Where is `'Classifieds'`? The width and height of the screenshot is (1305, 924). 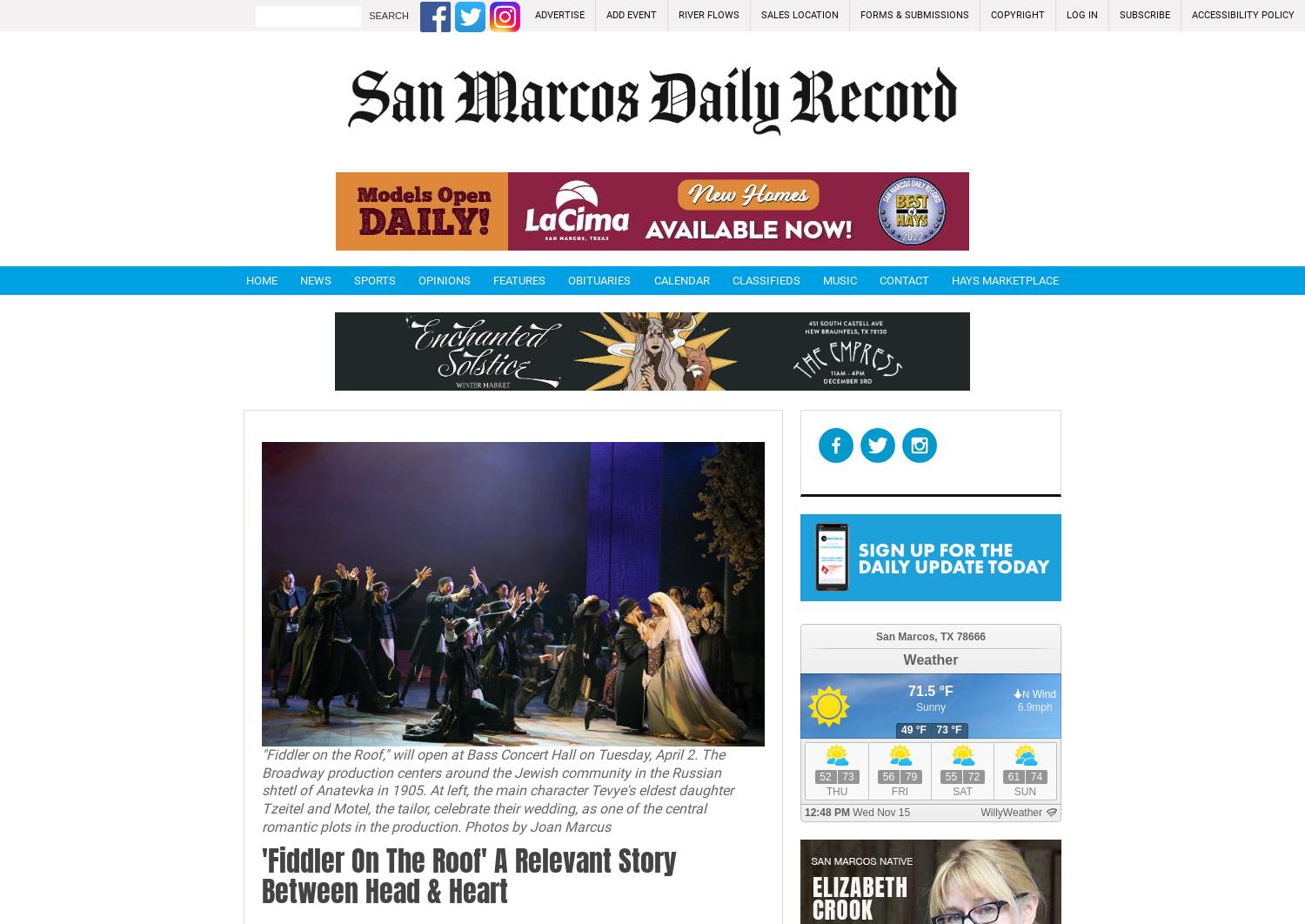
'Classifieds' is located at coordinates (731, 279).